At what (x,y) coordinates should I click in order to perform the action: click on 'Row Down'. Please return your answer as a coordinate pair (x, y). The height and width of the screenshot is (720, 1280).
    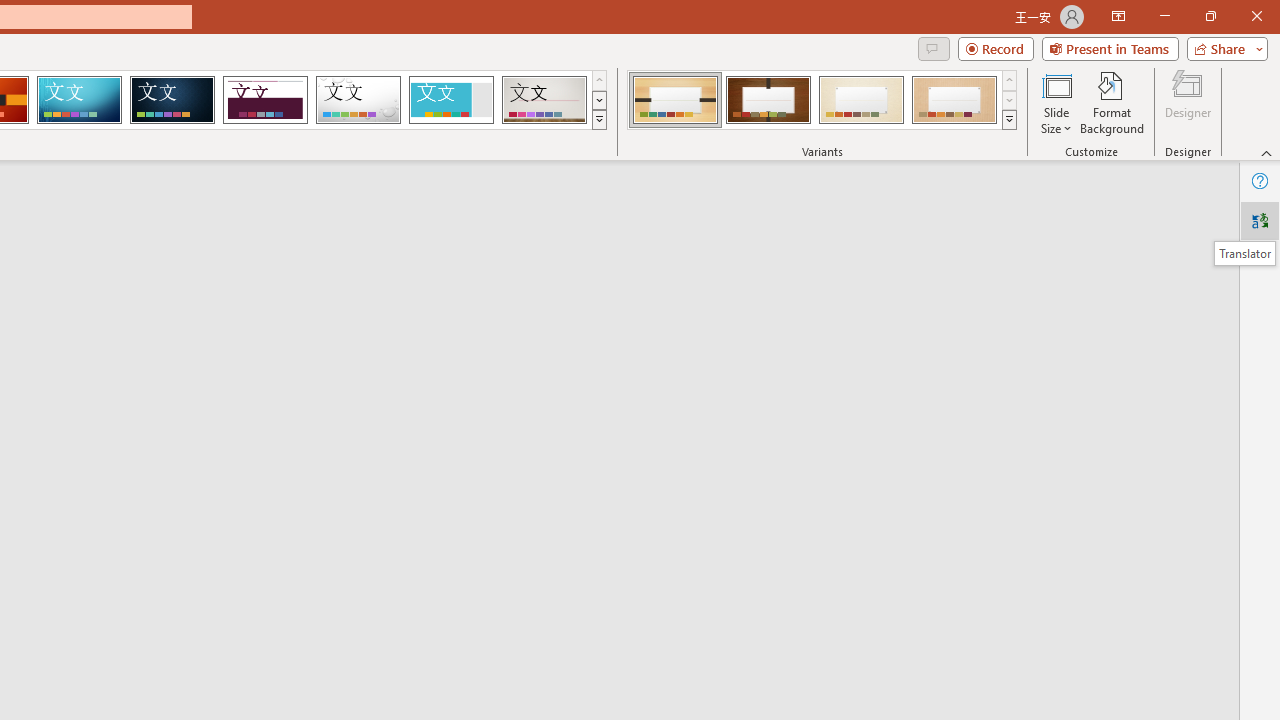
    Looking at the image, I should click on (1009, 100).